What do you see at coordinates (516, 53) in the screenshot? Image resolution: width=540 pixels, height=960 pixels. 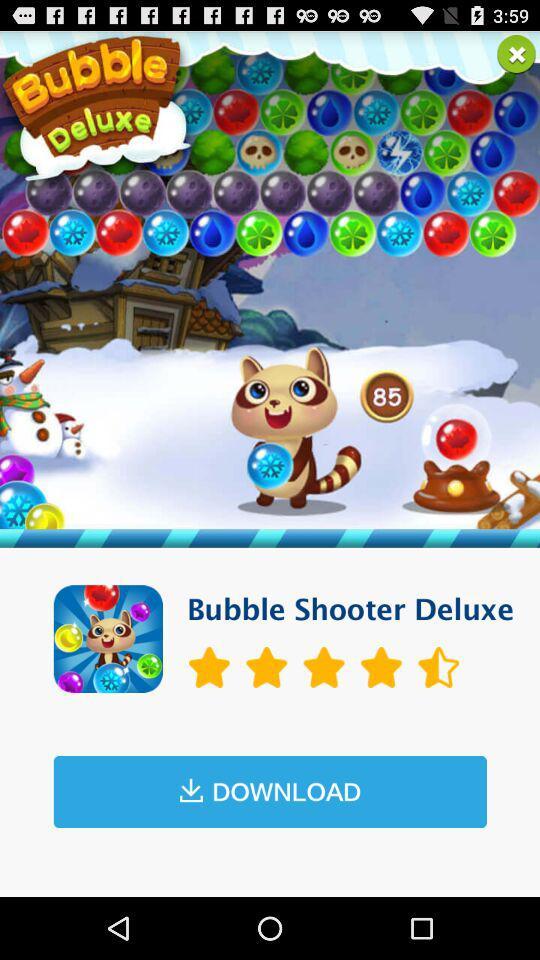 I see `item` at bounding box center [516, 53].